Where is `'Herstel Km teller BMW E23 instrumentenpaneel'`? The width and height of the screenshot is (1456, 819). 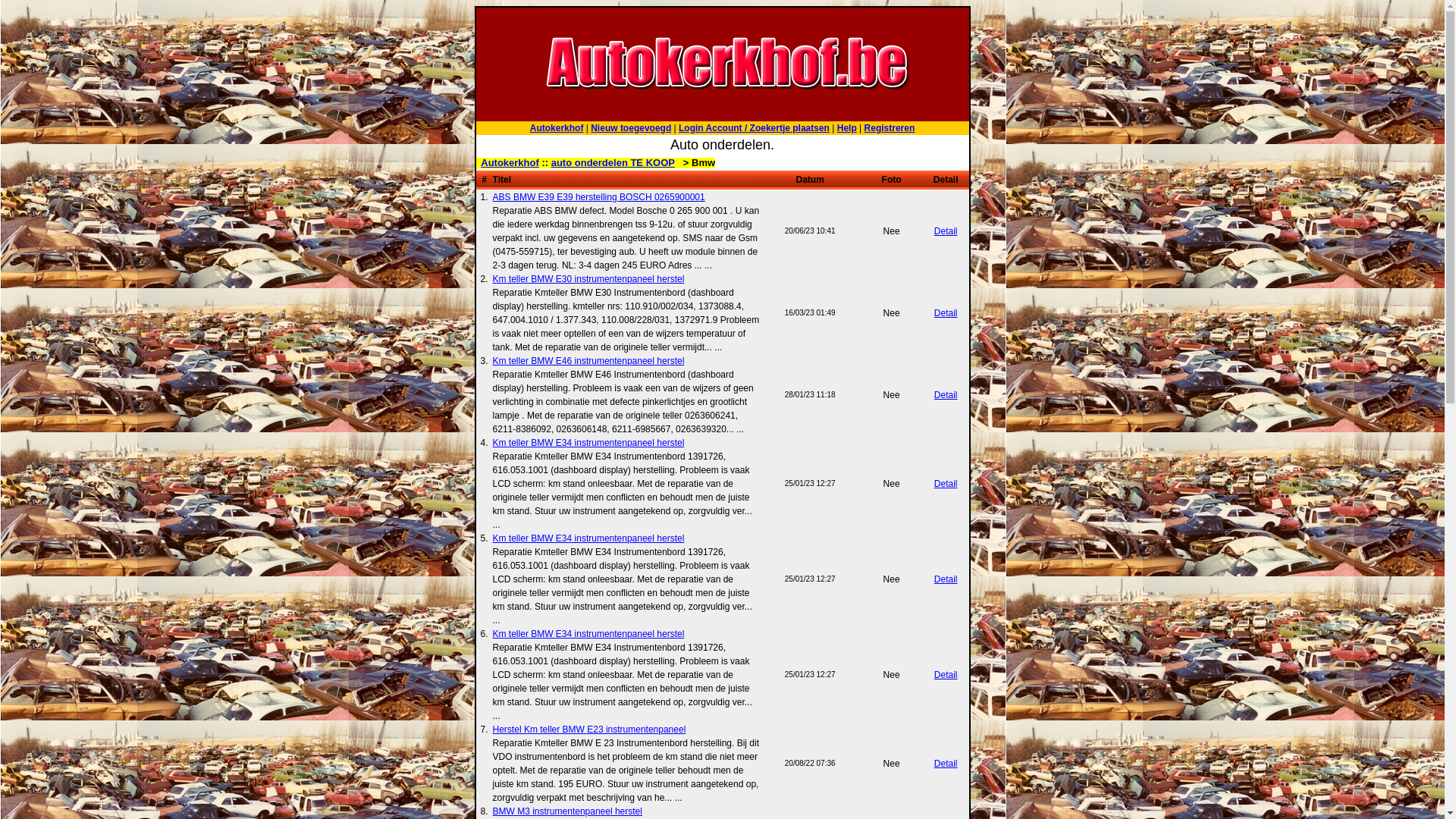
'Herstel Km teller BMW E23 instrumentenpaneel' is located at coordinates (588, 727).